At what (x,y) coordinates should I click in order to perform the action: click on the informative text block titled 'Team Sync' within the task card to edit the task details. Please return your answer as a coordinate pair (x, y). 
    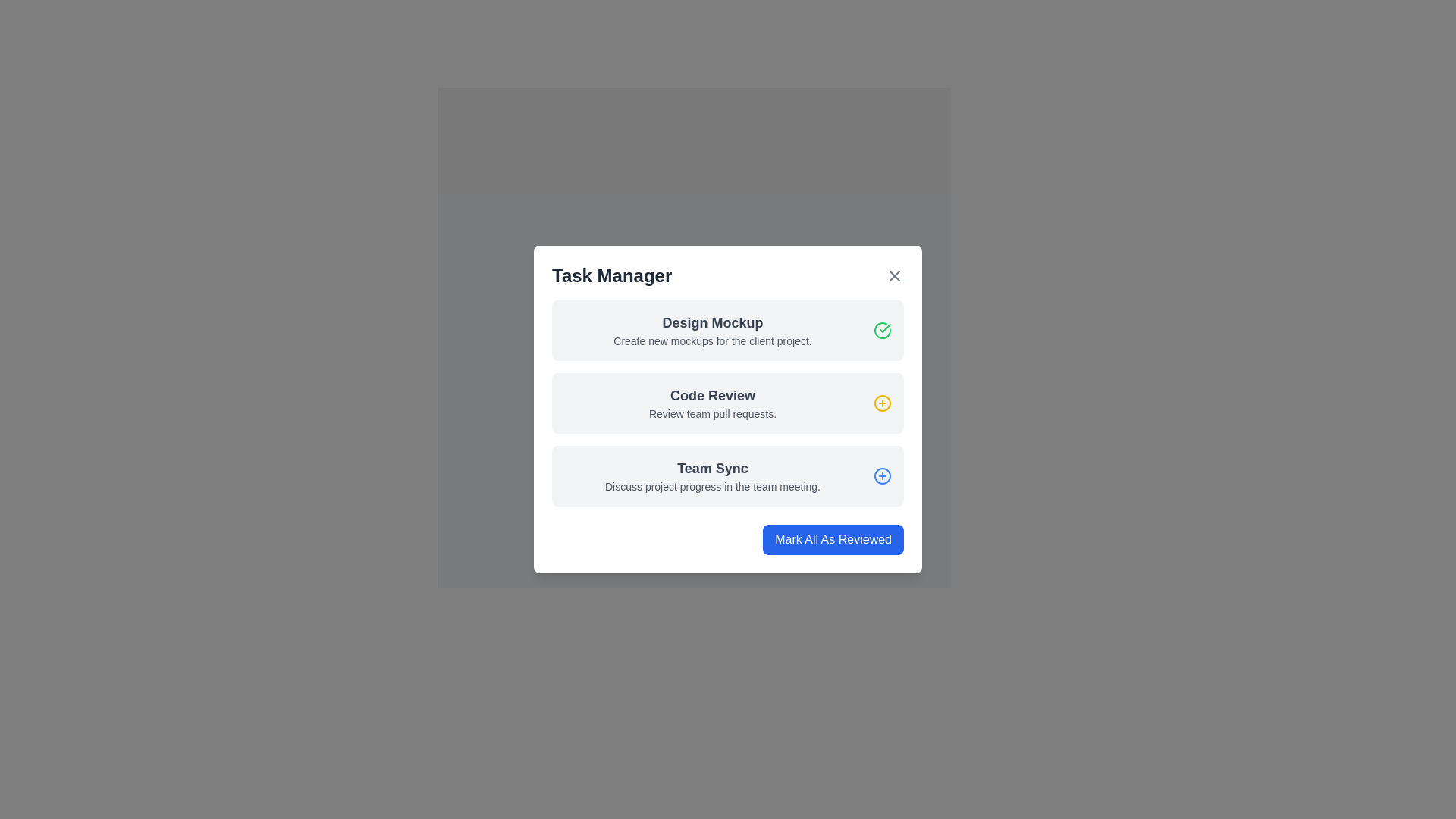
    Looking at the image, I should click on (712, 475).